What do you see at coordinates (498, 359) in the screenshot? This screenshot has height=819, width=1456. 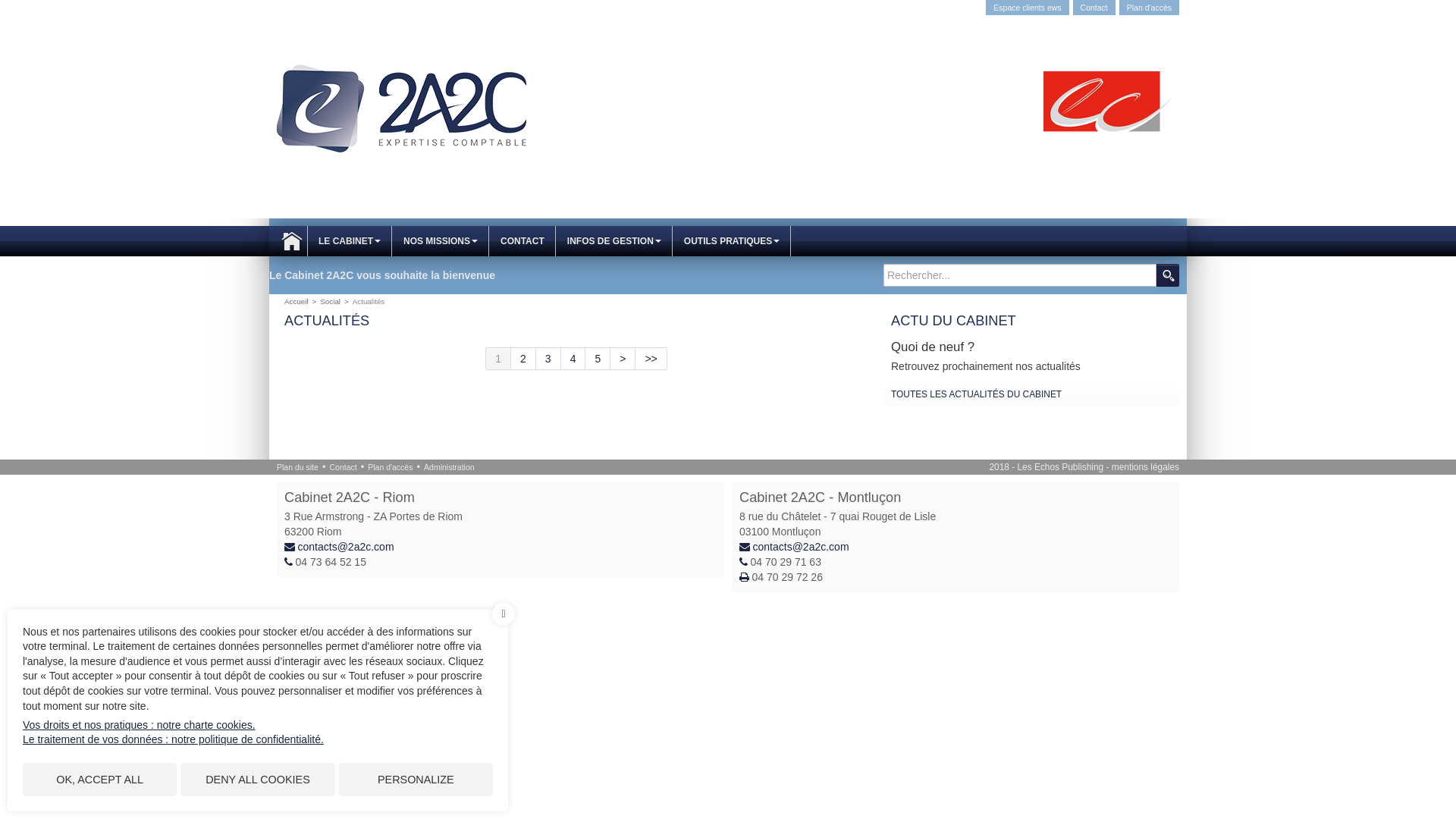 I see `'1'` at bounding box center [498, 359].